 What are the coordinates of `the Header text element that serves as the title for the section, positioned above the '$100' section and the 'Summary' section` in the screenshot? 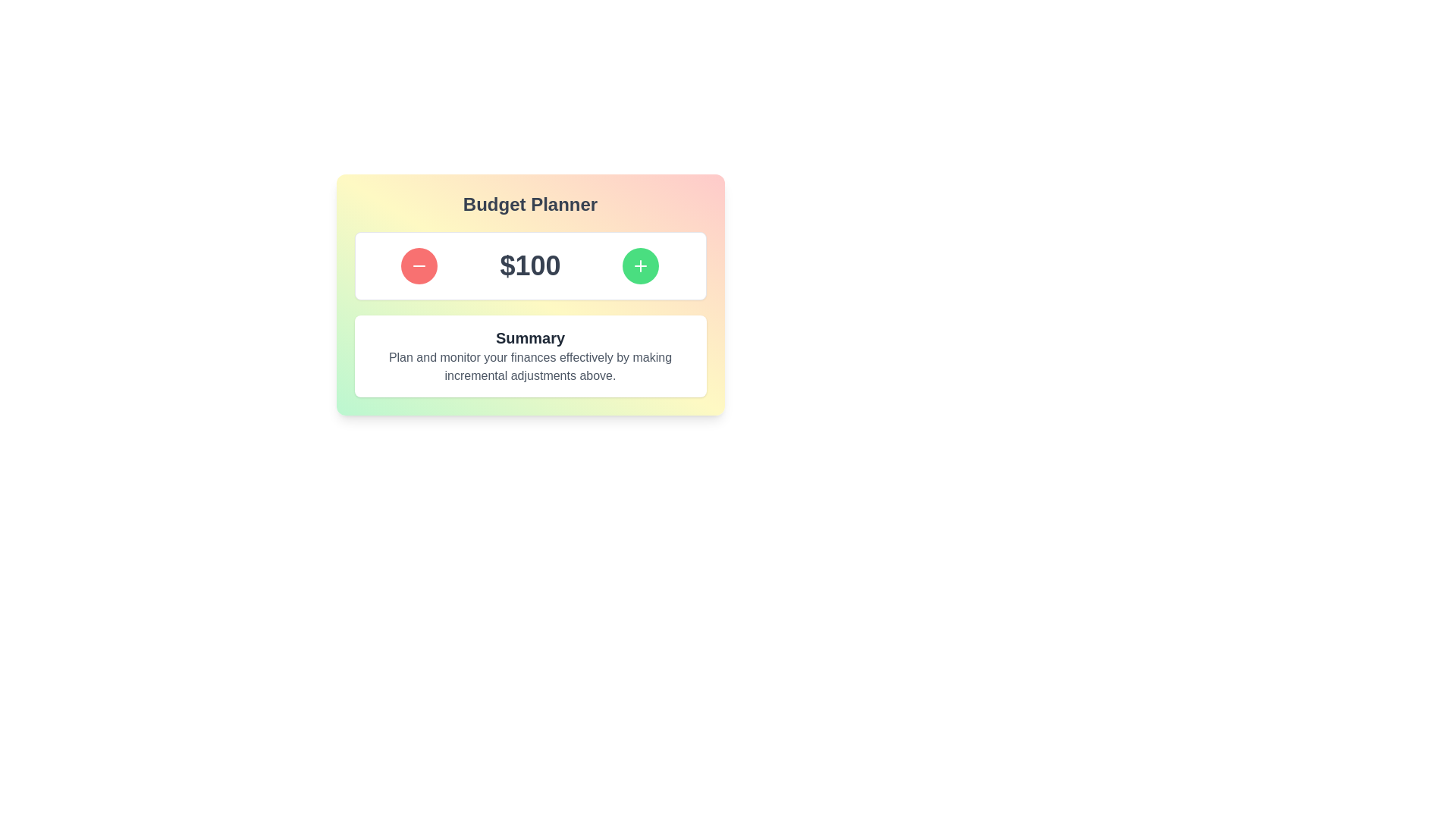 It's located at (530, 205).